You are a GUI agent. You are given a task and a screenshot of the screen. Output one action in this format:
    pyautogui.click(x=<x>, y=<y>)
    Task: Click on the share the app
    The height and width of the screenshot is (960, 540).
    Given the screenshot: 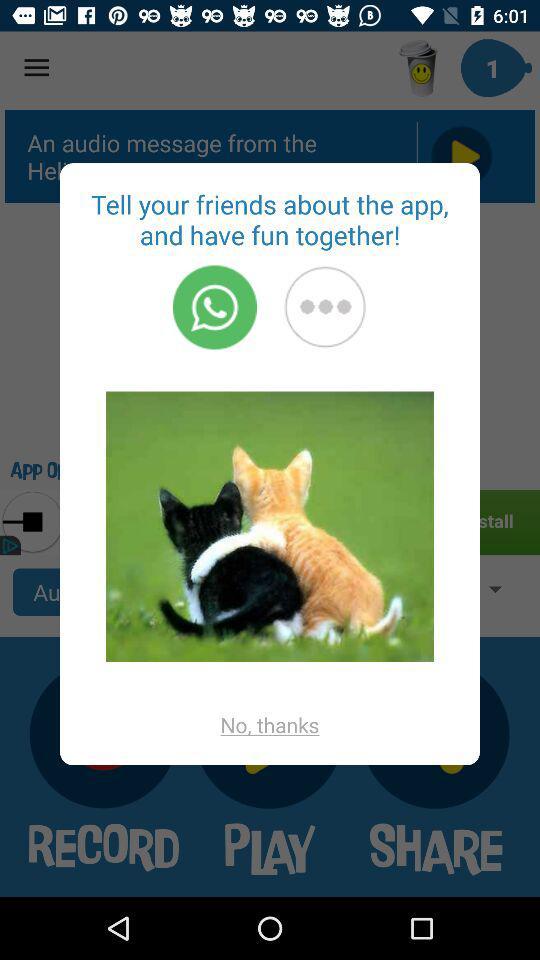 What is the action you would take?
    pyautogui.click(x=325, y=307)
    